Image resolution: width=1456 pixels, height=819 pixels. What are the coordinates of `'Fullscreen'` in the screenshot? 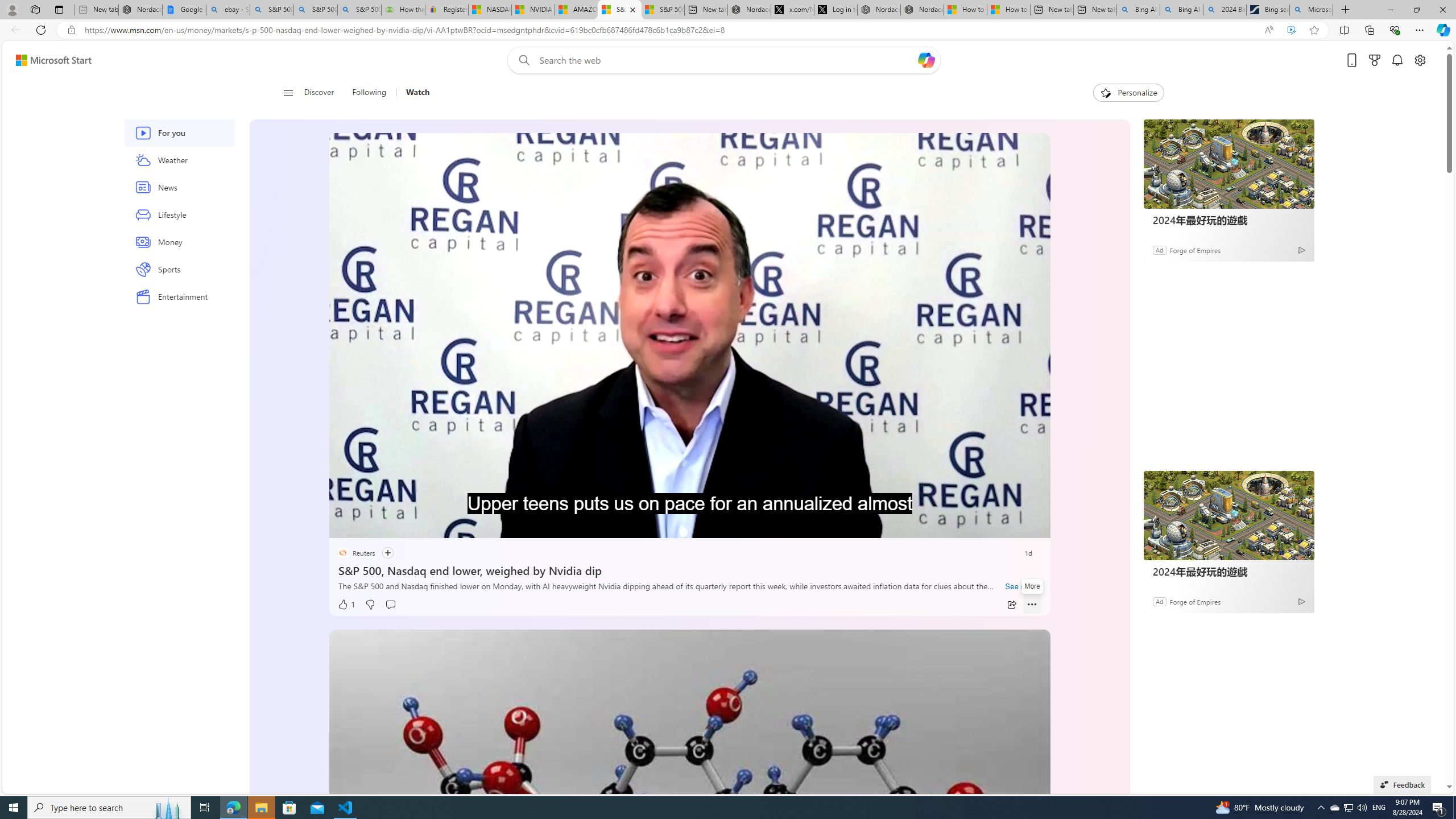 It's located at (1011, 525).